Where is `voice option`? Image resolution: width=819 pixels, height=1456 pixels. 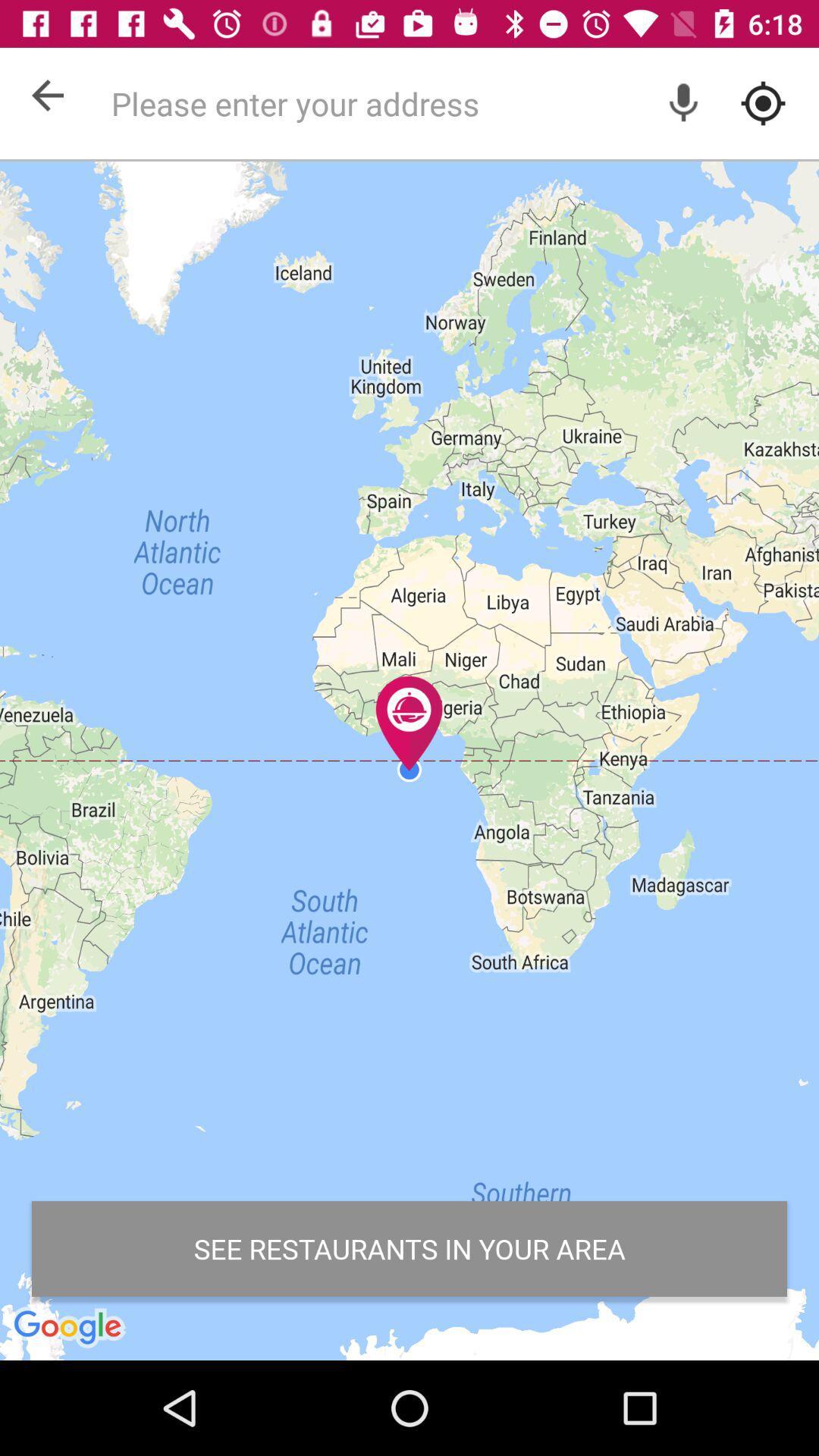 voice option is located at coordinates (683, 102).